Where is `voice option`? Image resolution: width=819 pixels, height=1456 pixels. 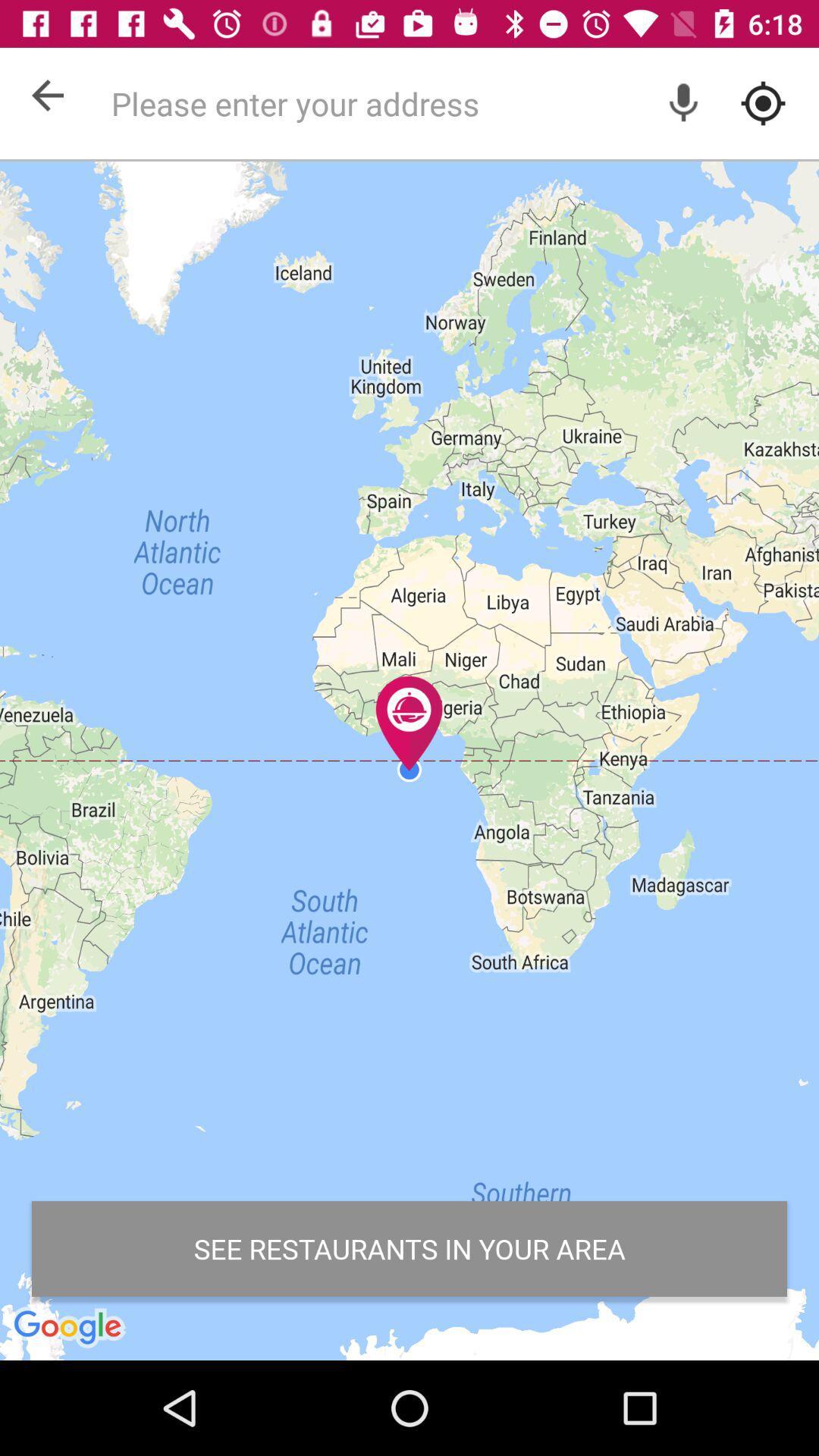 voice option is located at coordinates (683, 102).